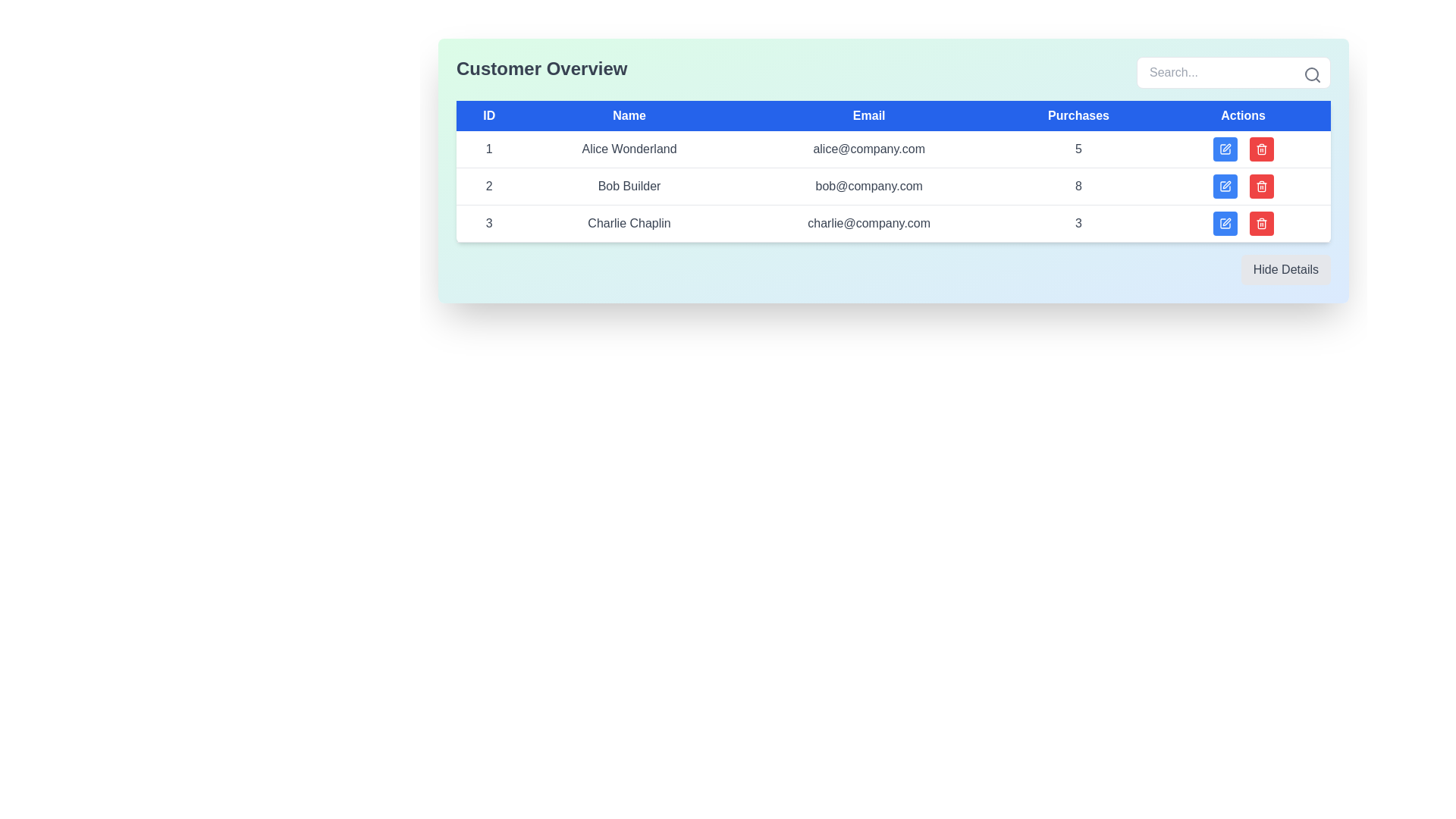 The image size is (1456, 819). Describe the element at coordinates (893, 268) in the screenshot. I see `the 'Hide Details' button, which has a gray background and rounded corners, located at the bottom-right of the 'Customer Overview' component` at that location.